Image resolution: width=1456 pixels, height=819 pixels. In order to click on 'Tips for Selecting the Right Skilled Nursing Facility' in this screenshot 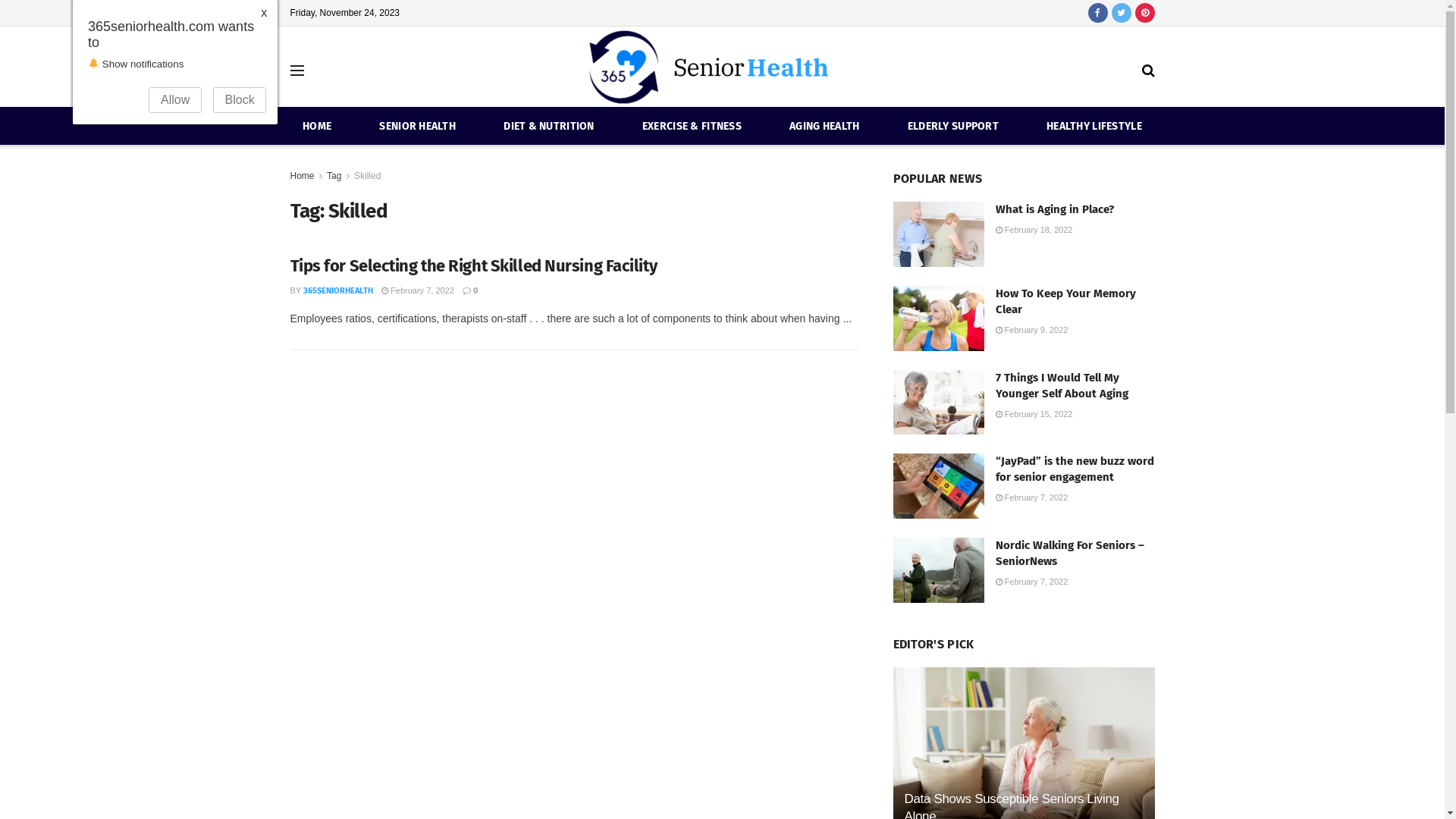, I will do `click(472, 265)`.